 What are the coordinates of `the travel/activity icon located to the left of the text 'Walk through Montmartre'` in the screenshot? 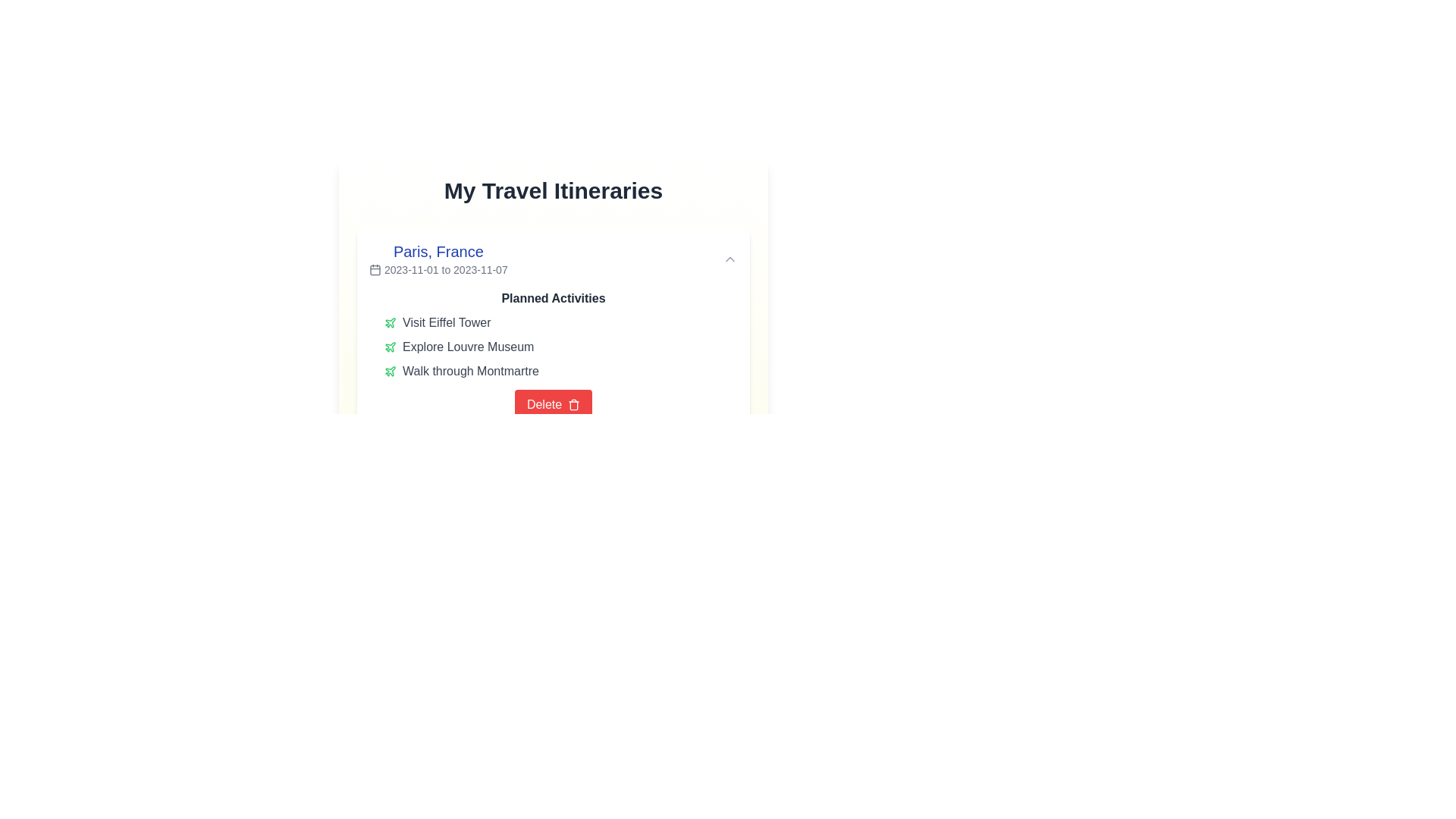 It's located at (390, 371).